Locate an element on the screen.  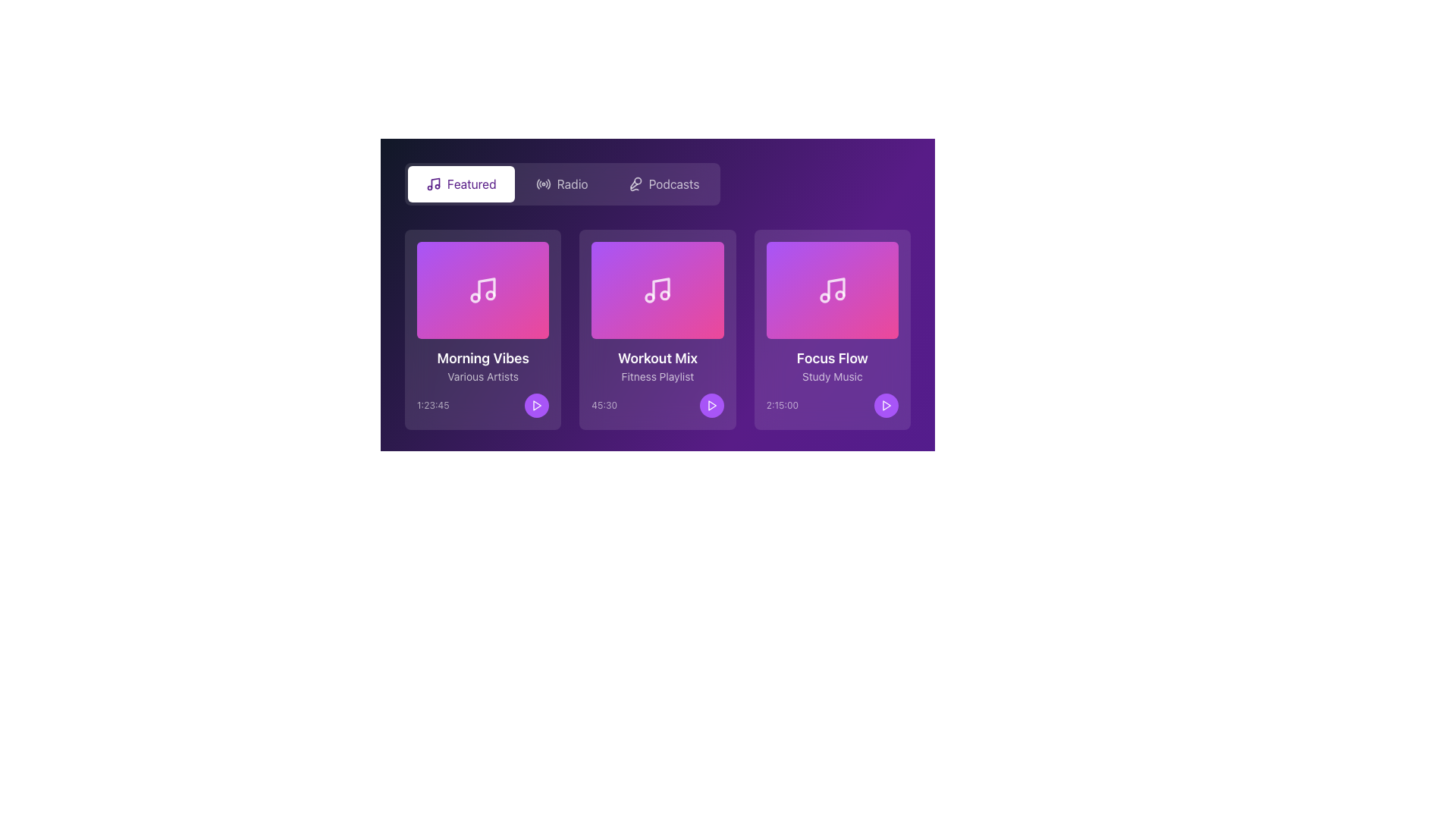
the first button in the group is located at coordinates (460, 184).